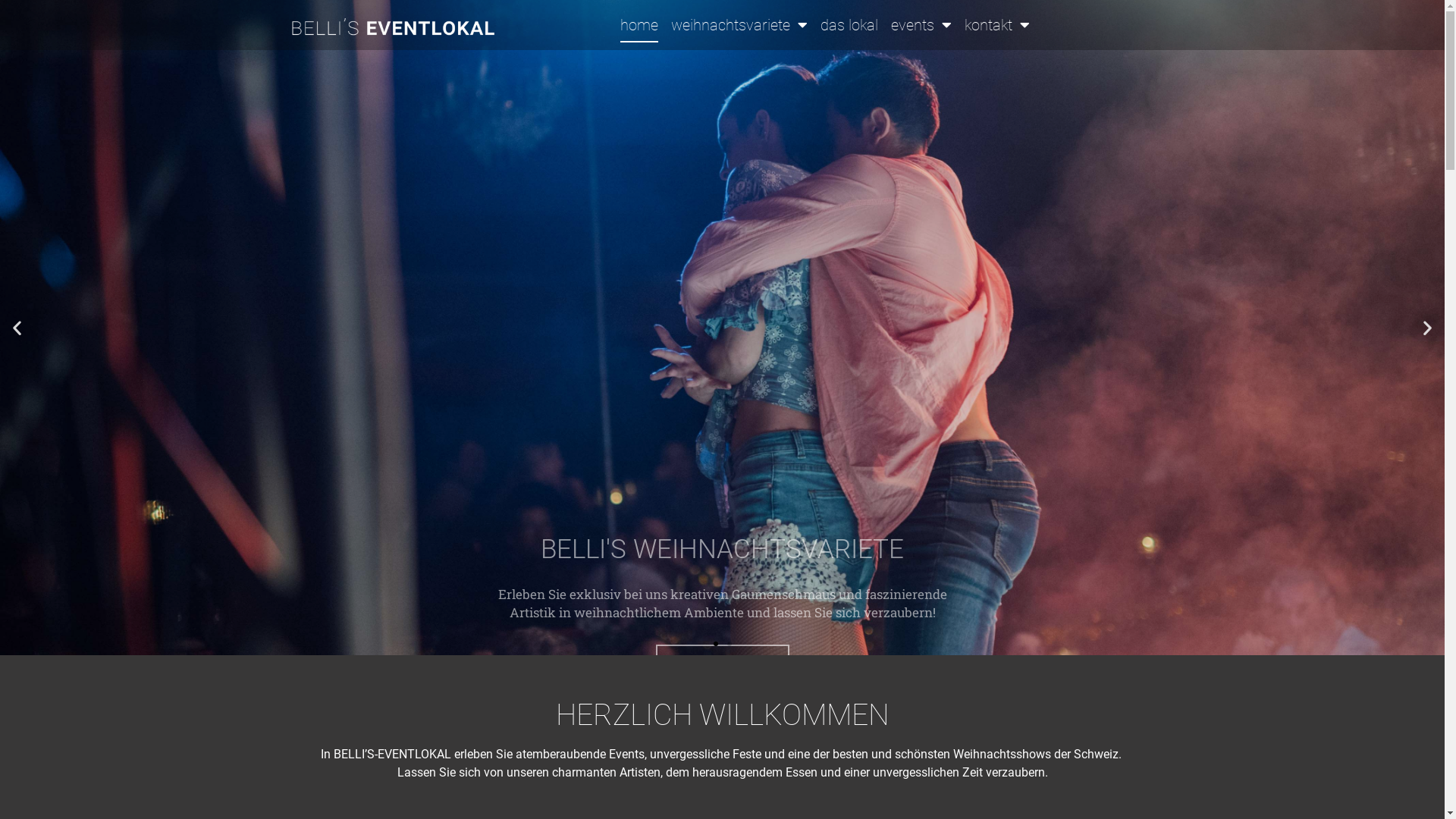 The image size is (1456, 819). Describe the element at coordinates (848, 25) in the screenshot. I see `'das lokal'` at that location.